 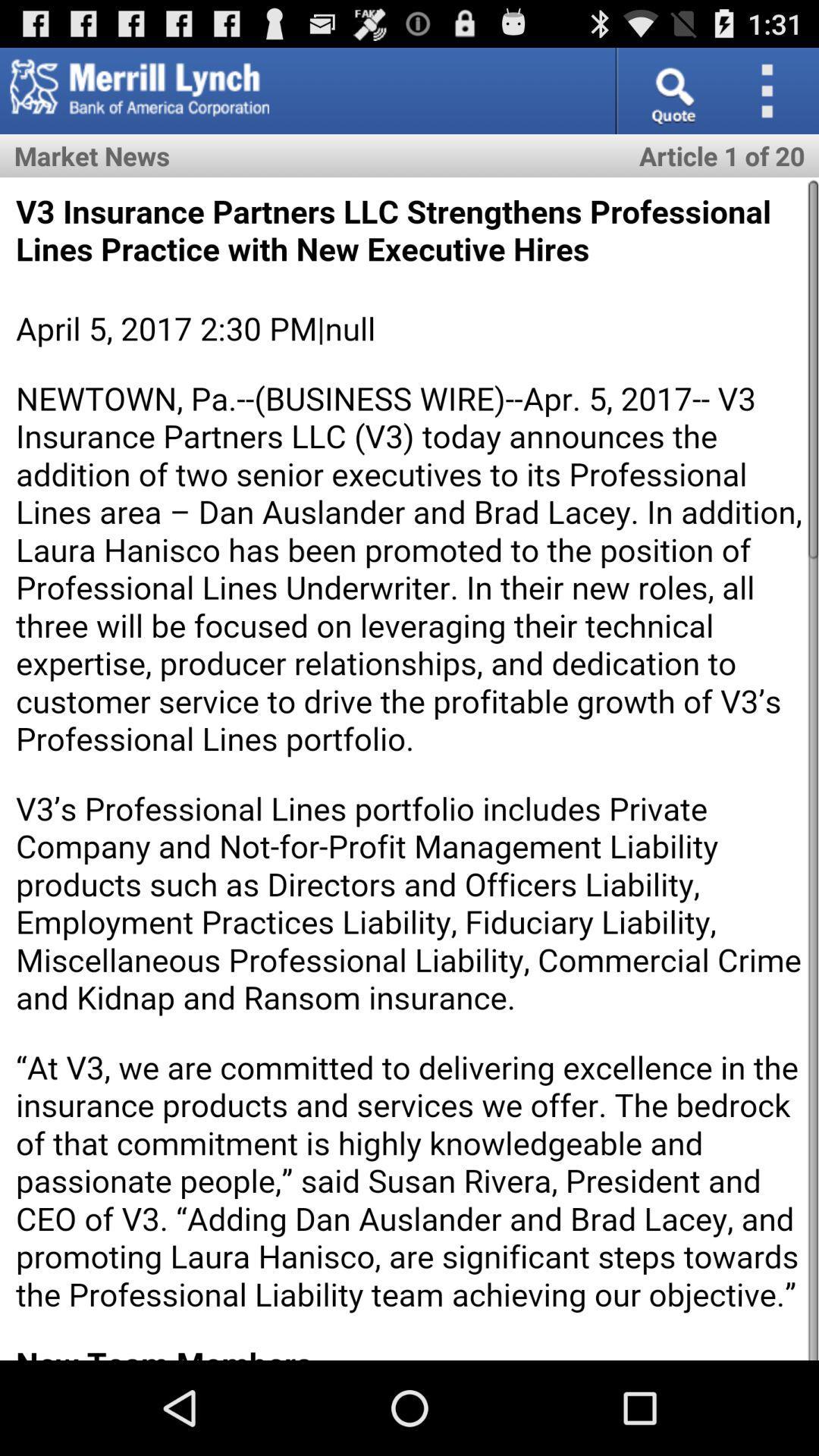 What do you see at coordinates (670, 96) in the screenshot?
I see `the search icon` at bounding box center [670, 96].